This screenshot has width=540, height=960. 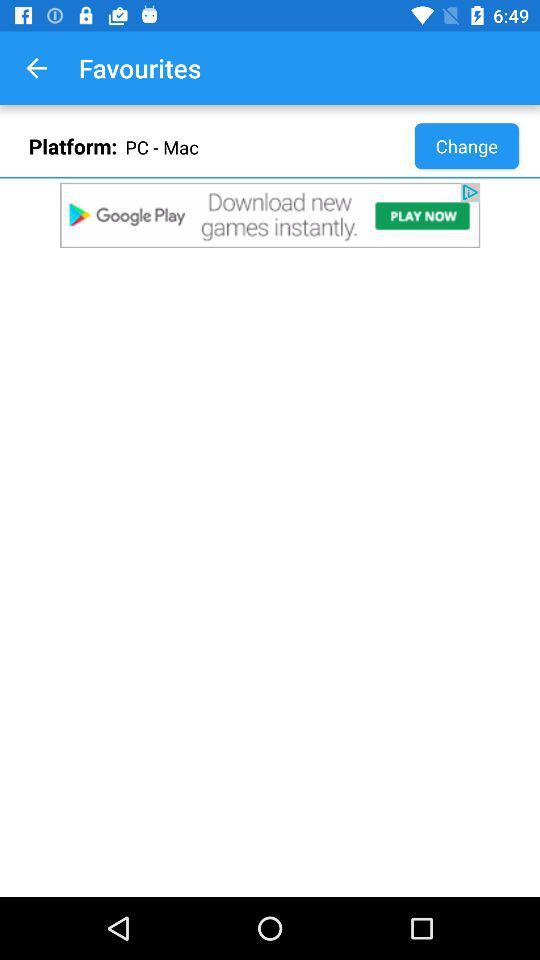 What do you see at coordinates (270, 215) in the screenshot?
I see `search page` at bounding box center [270, 215].